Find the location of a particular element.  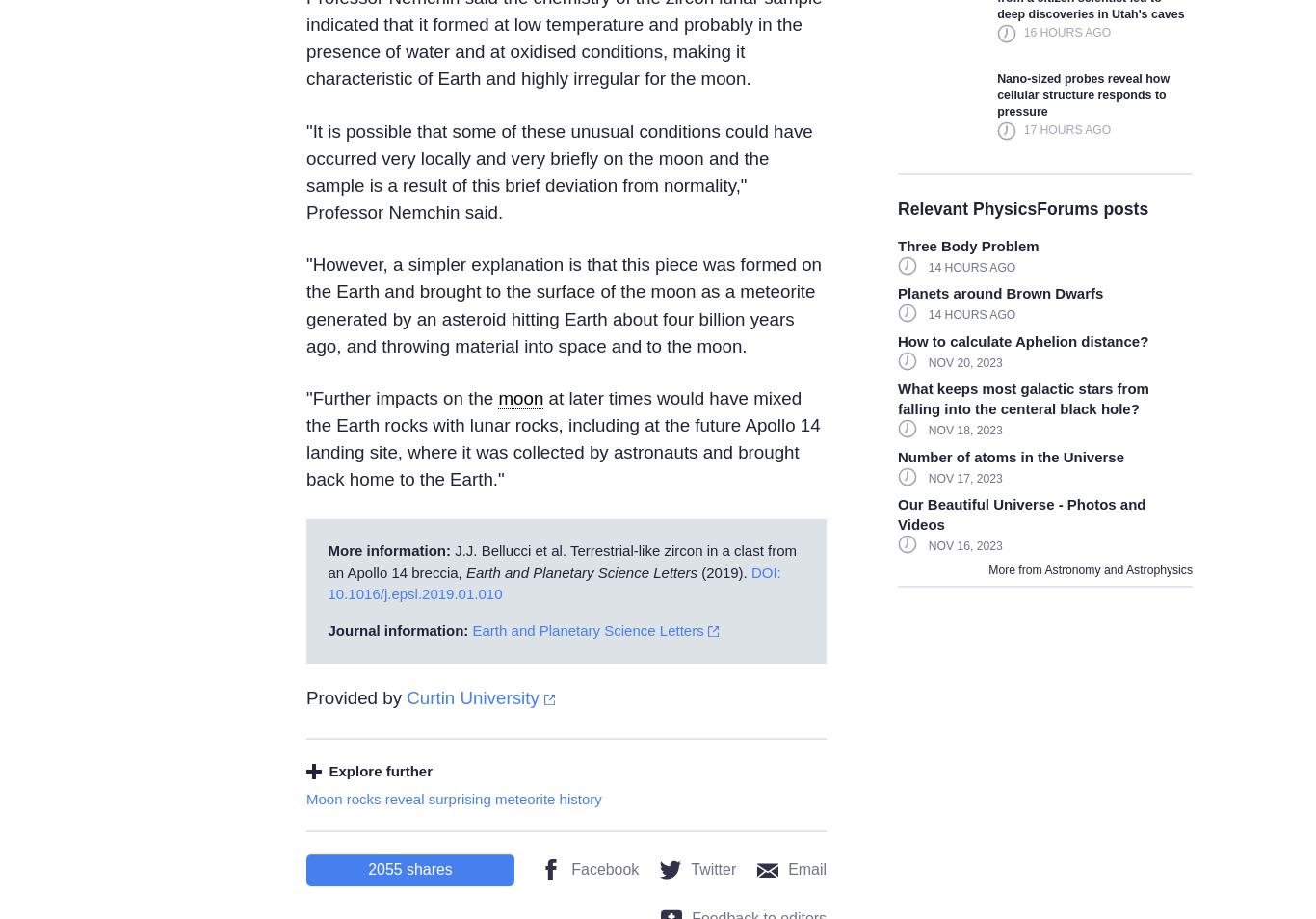

'Nov 16, 2023' is located at coordinates (964, 544).